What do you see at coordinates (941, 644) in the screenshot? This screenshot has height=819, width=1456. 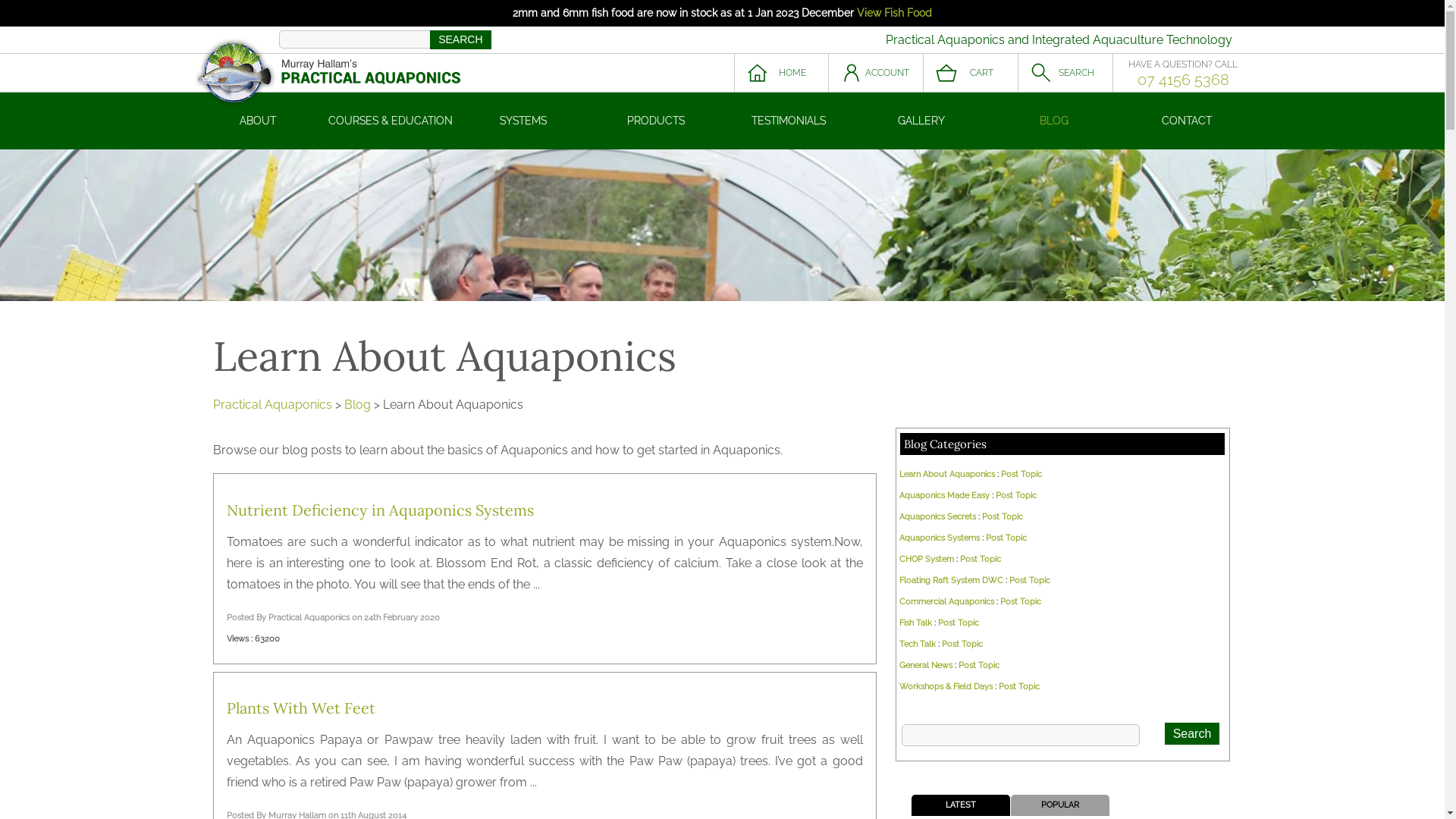 I see `'Post Topic'` at bounding box center [941, 644].